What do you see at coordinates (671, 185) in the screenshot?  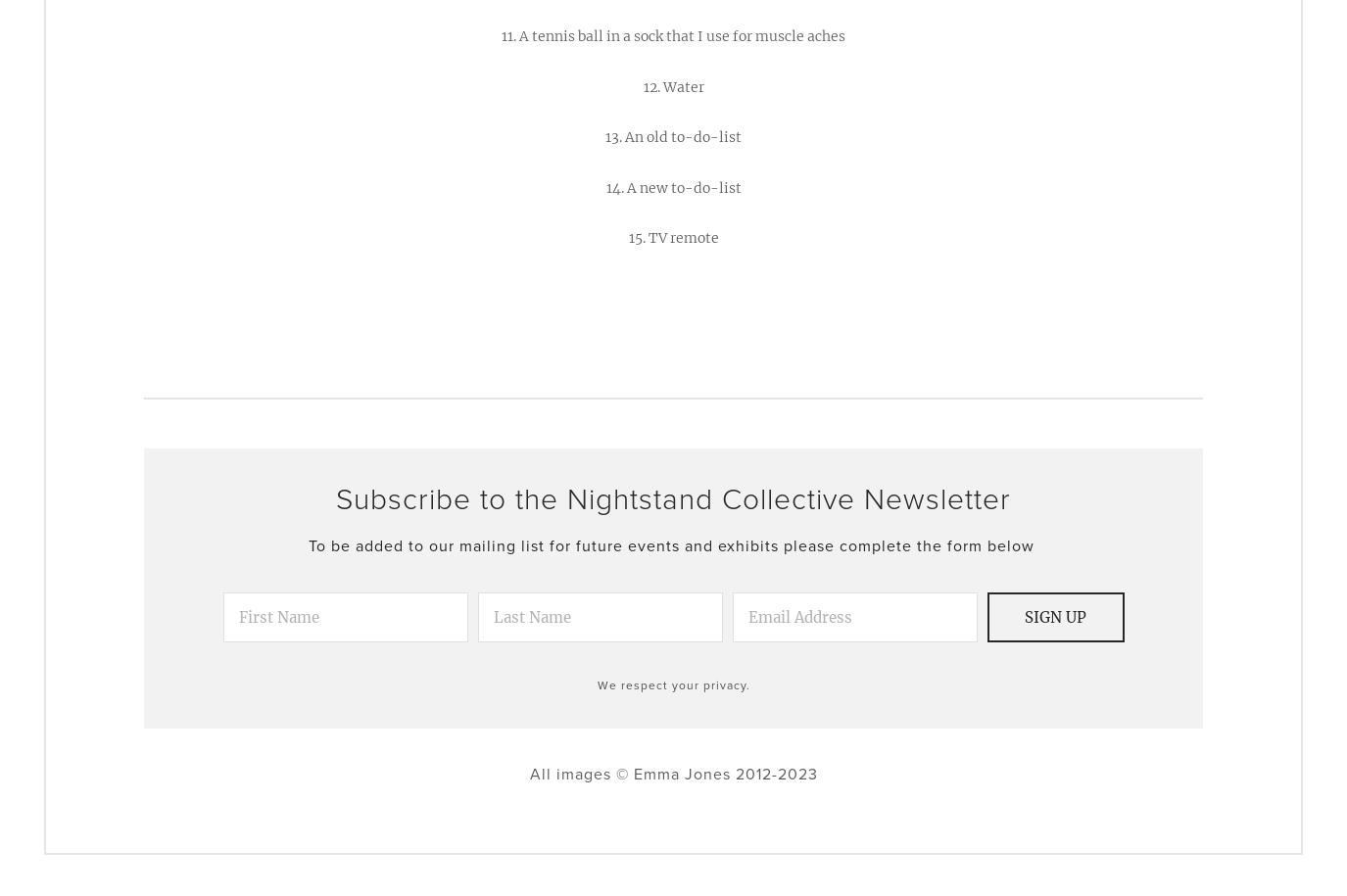 I see `'14. A new to-do-list'` at bounding box center [671, 185].